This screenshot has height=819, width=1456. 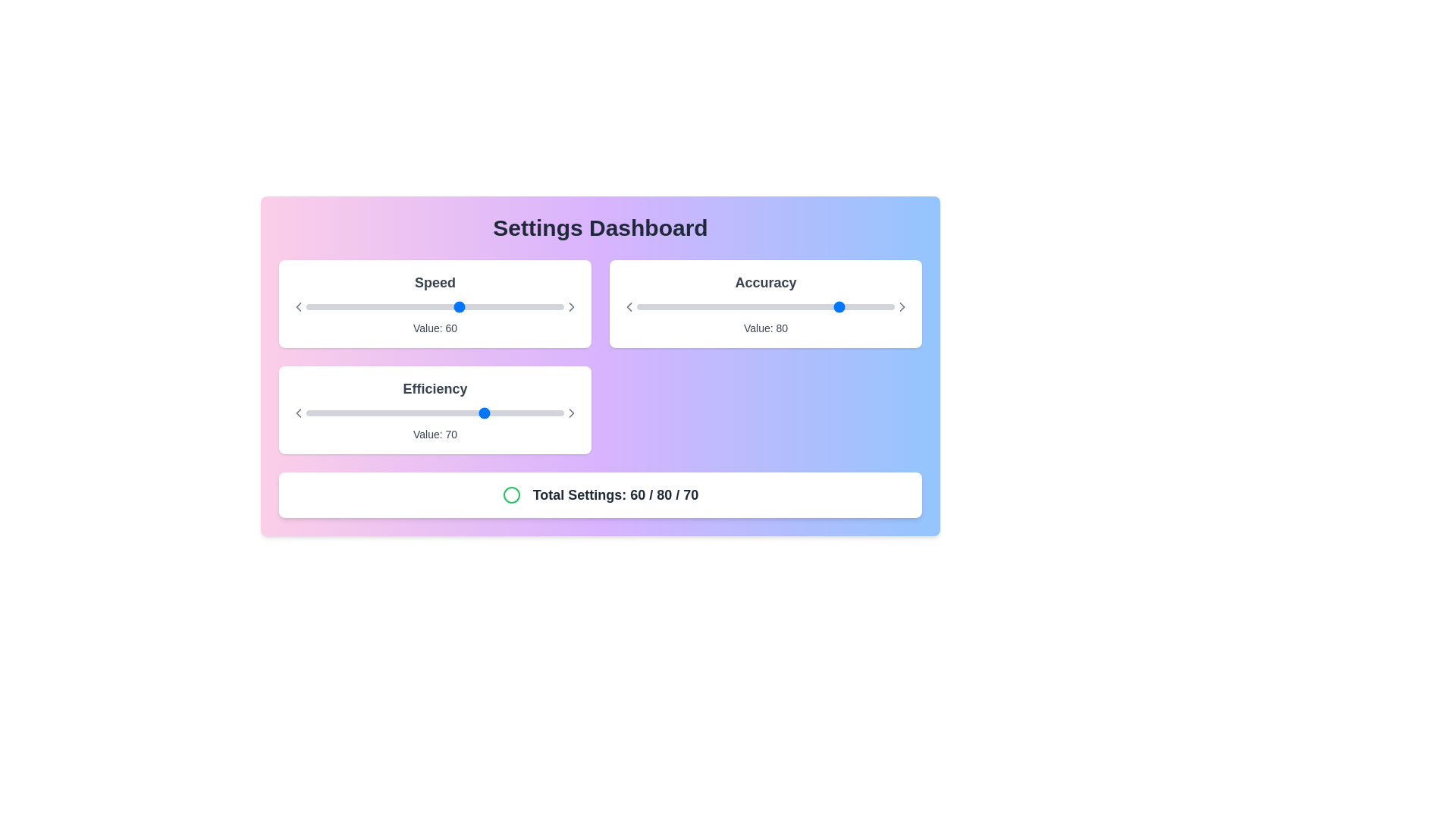 What do you see at coordinates (892, 307) in the screenshot?
I see `the accuracy slider` at bounding box center [892, 307].